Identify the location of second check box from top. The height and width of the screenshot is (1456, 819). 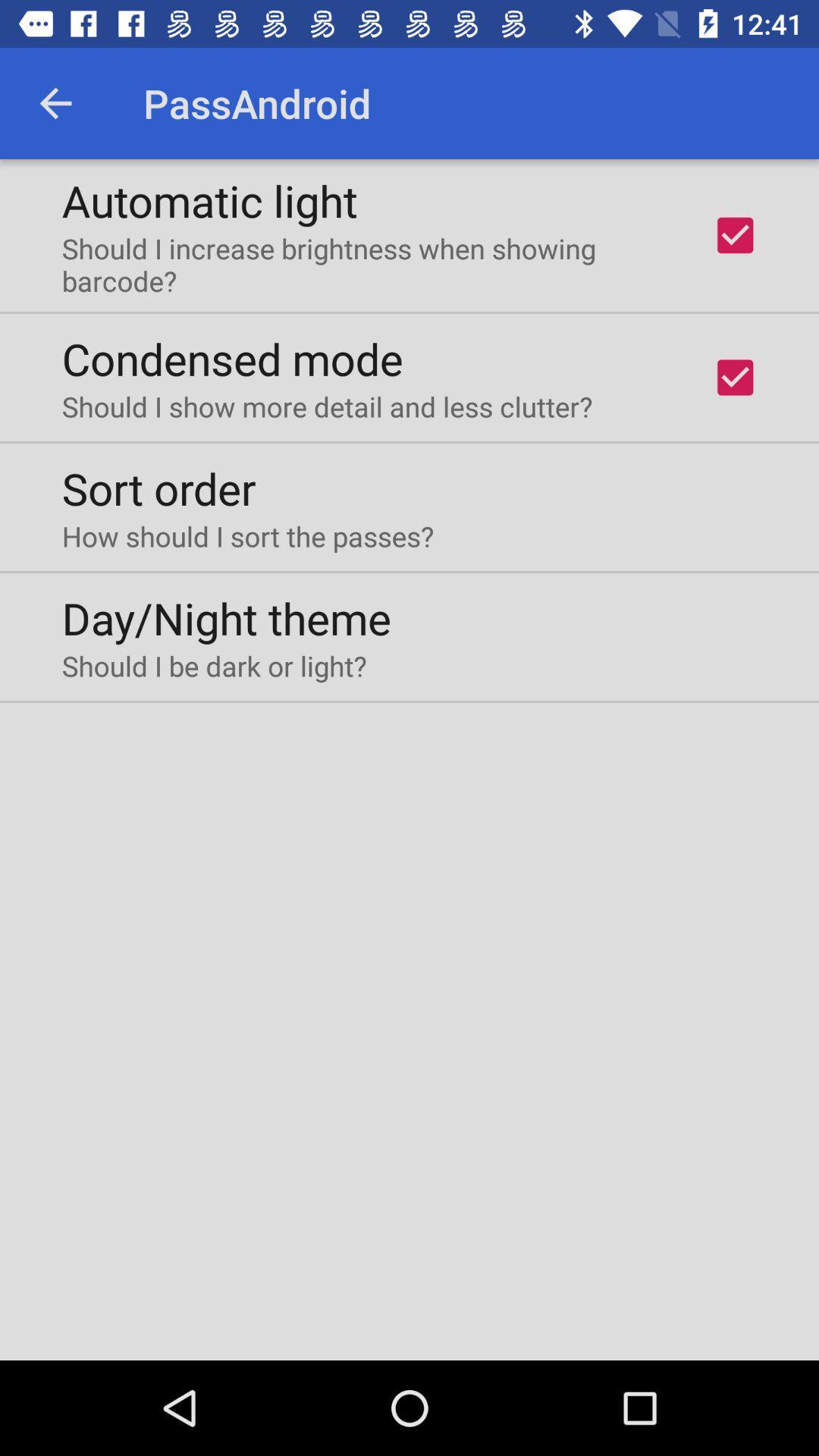
(734, 378).